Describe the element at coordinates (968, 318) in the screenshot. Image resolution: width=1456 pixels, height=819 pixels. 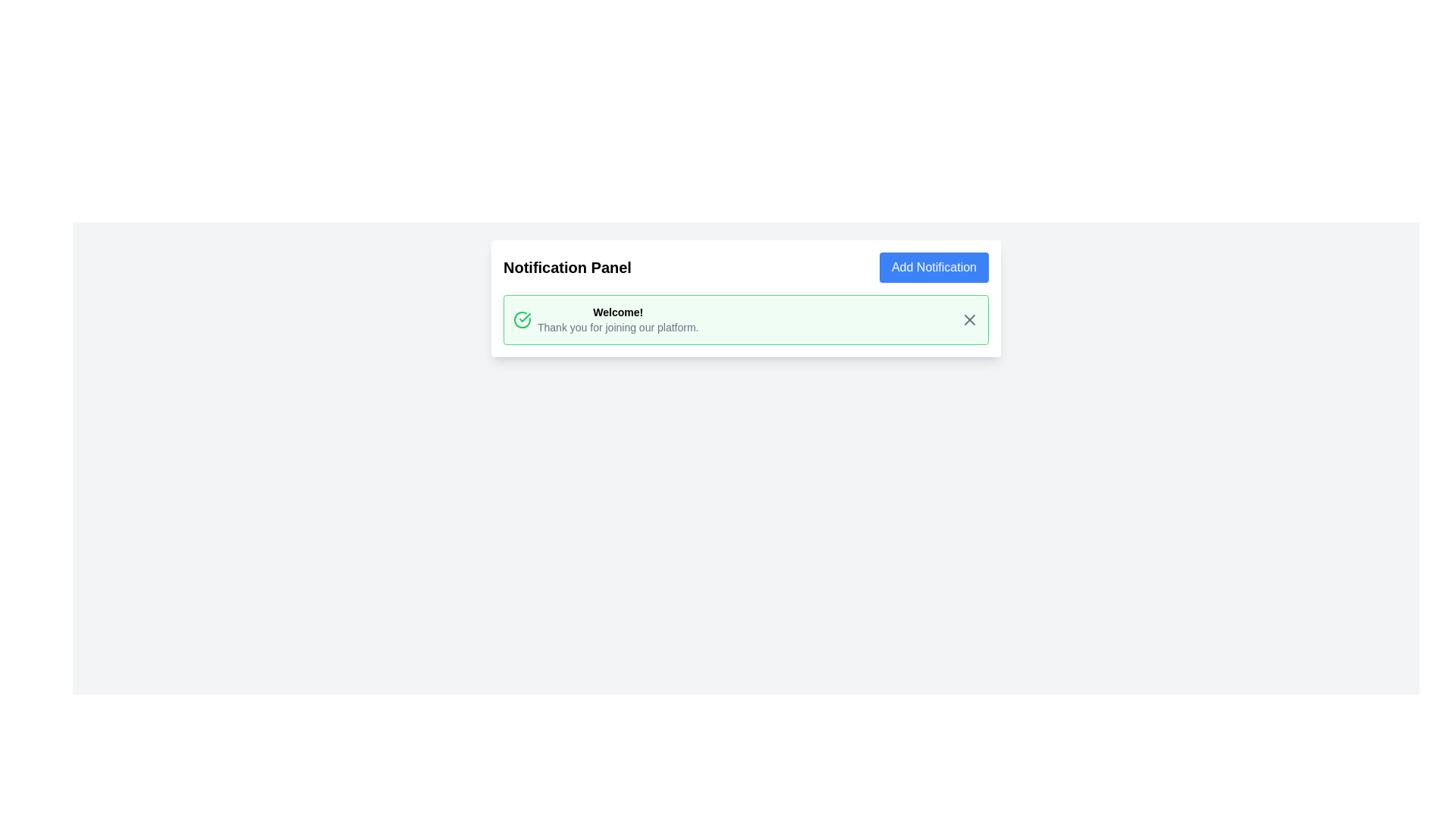
I see `the dismiss button (cross icon) located at the top-right corner of the 'Welcome!' notification card` at that location.